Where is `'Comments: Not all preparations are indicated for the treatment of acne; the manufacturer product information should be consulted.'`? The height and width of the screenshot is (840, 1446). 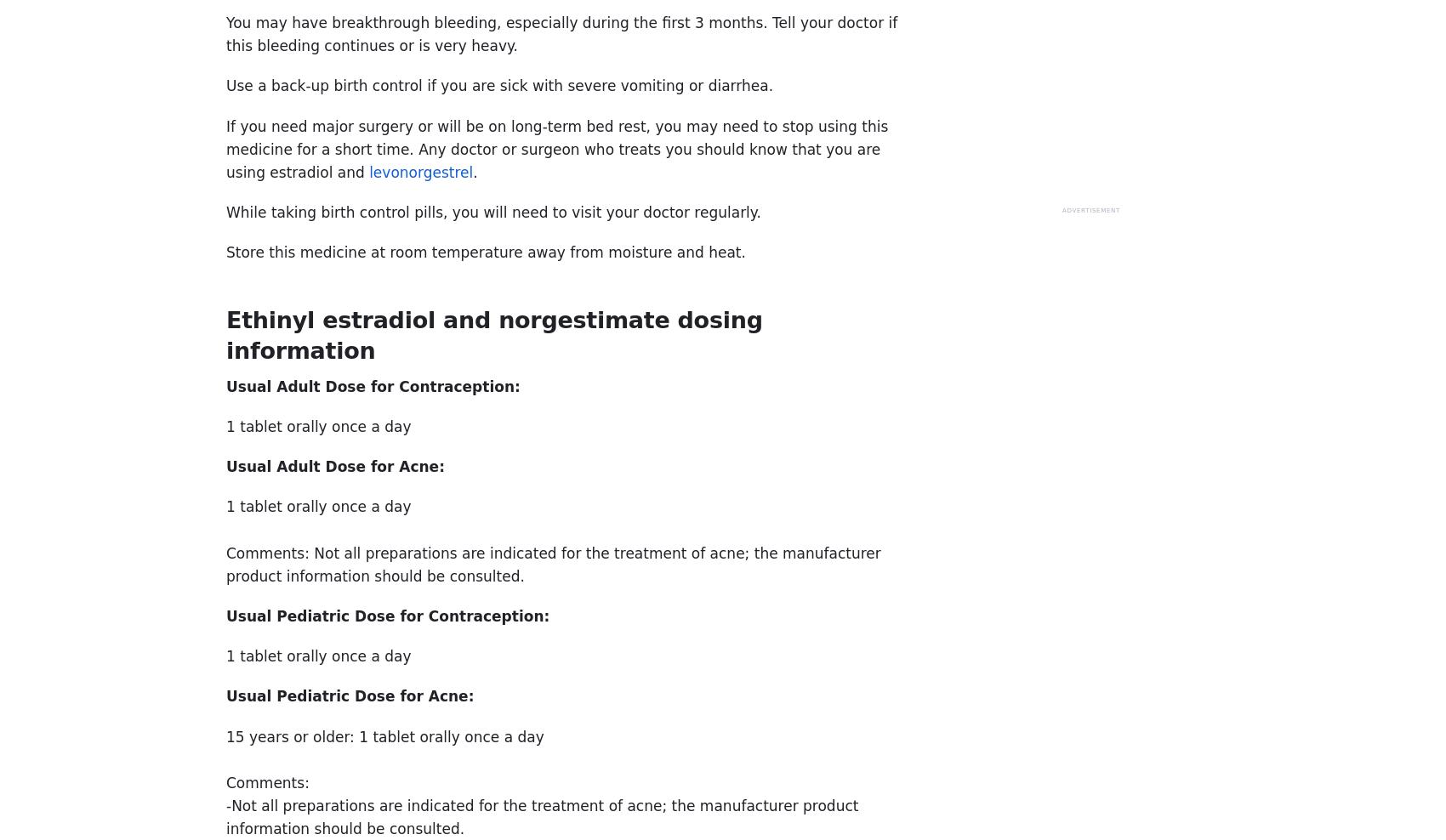 'Comments: Not all preparations are indicated for the treatment of acne; the manufacturer product information should be consulted.' is located at coordinates (226, 563).